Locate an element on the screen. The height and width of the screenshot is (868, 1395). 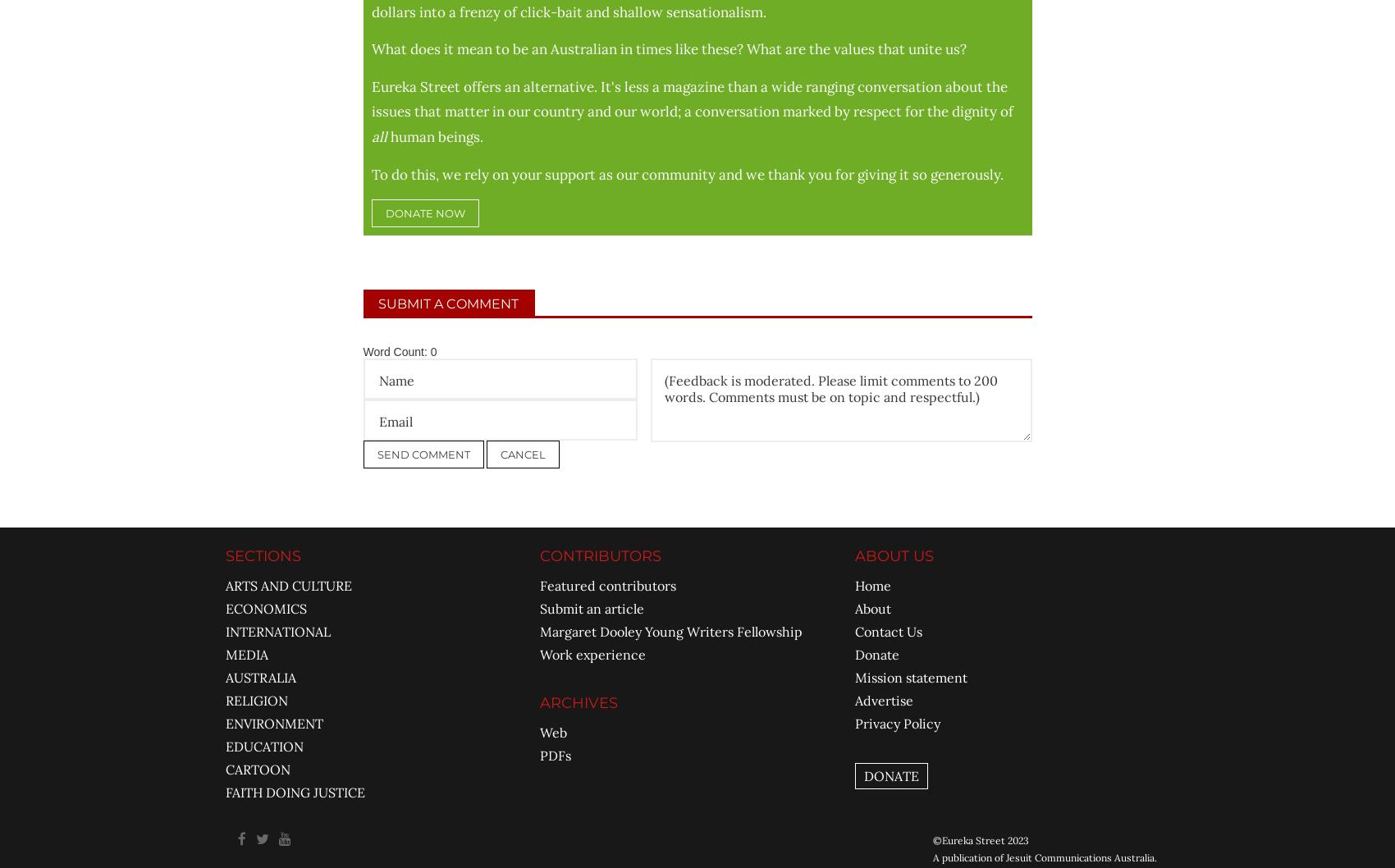
'Mission statement' is located at coordinates (910, 676).